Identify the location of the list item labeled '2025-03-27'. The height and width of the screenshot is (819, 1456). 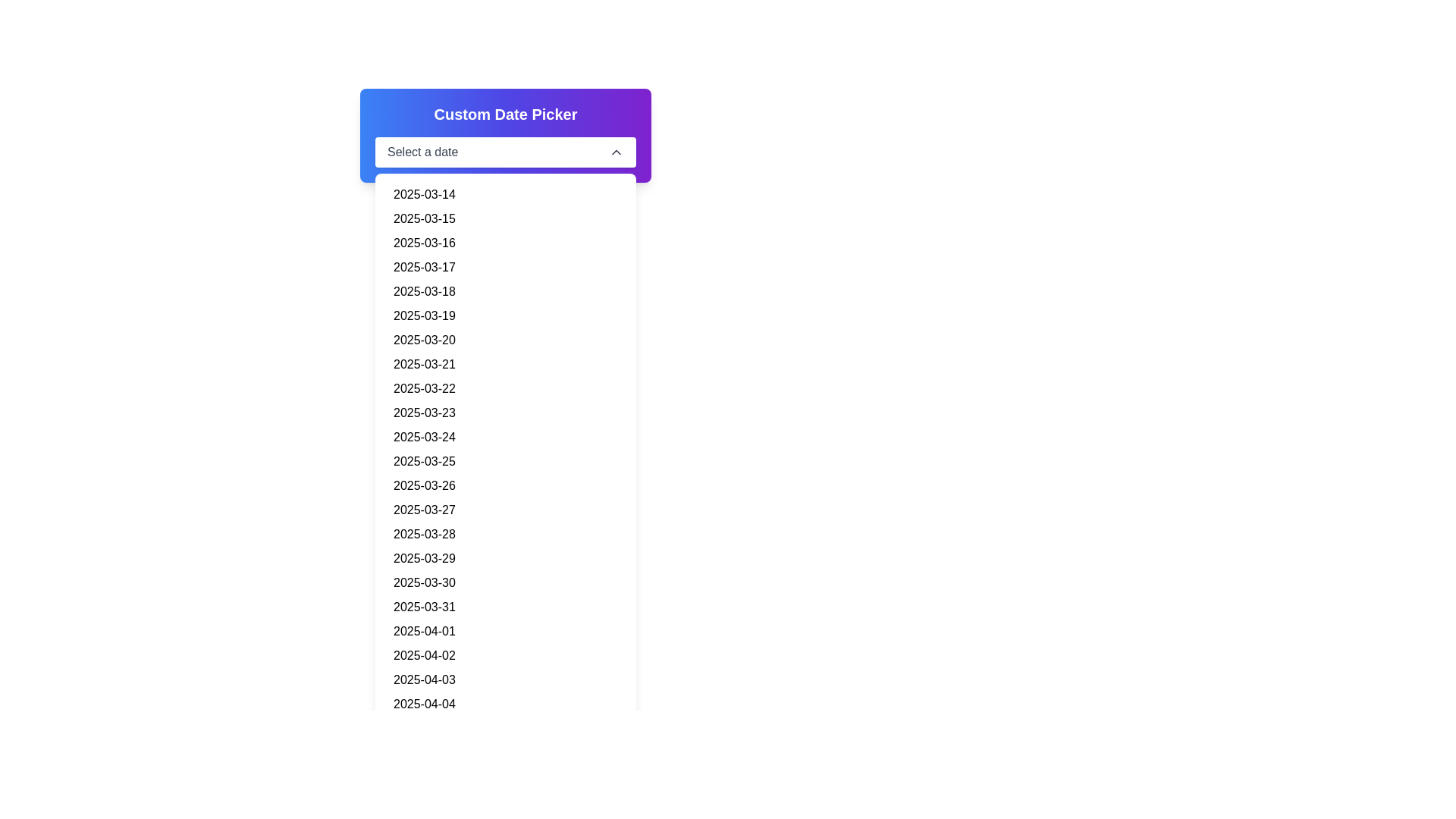
(506, 510).